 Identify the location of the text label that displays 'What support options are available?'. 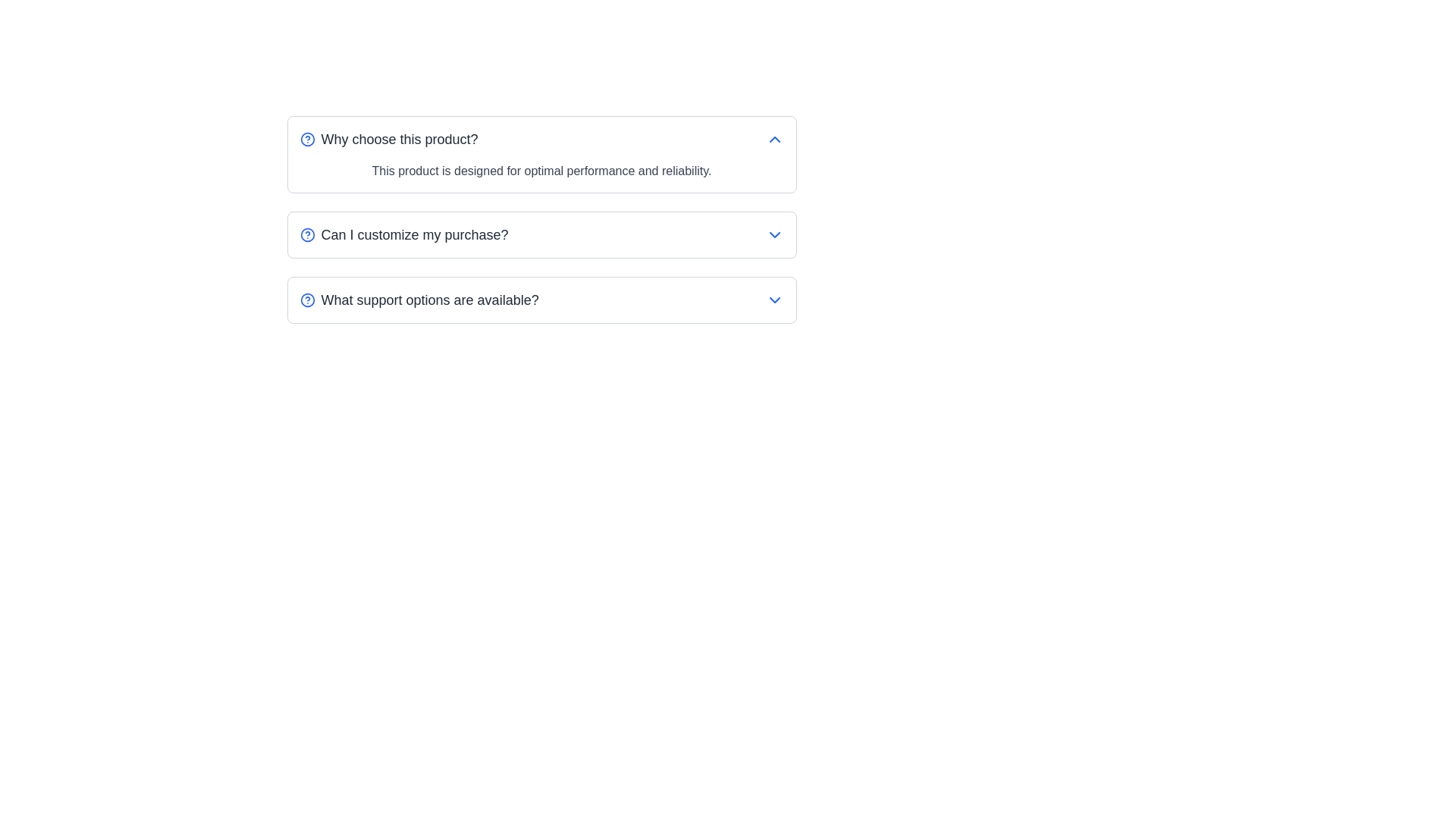
(429, 300).